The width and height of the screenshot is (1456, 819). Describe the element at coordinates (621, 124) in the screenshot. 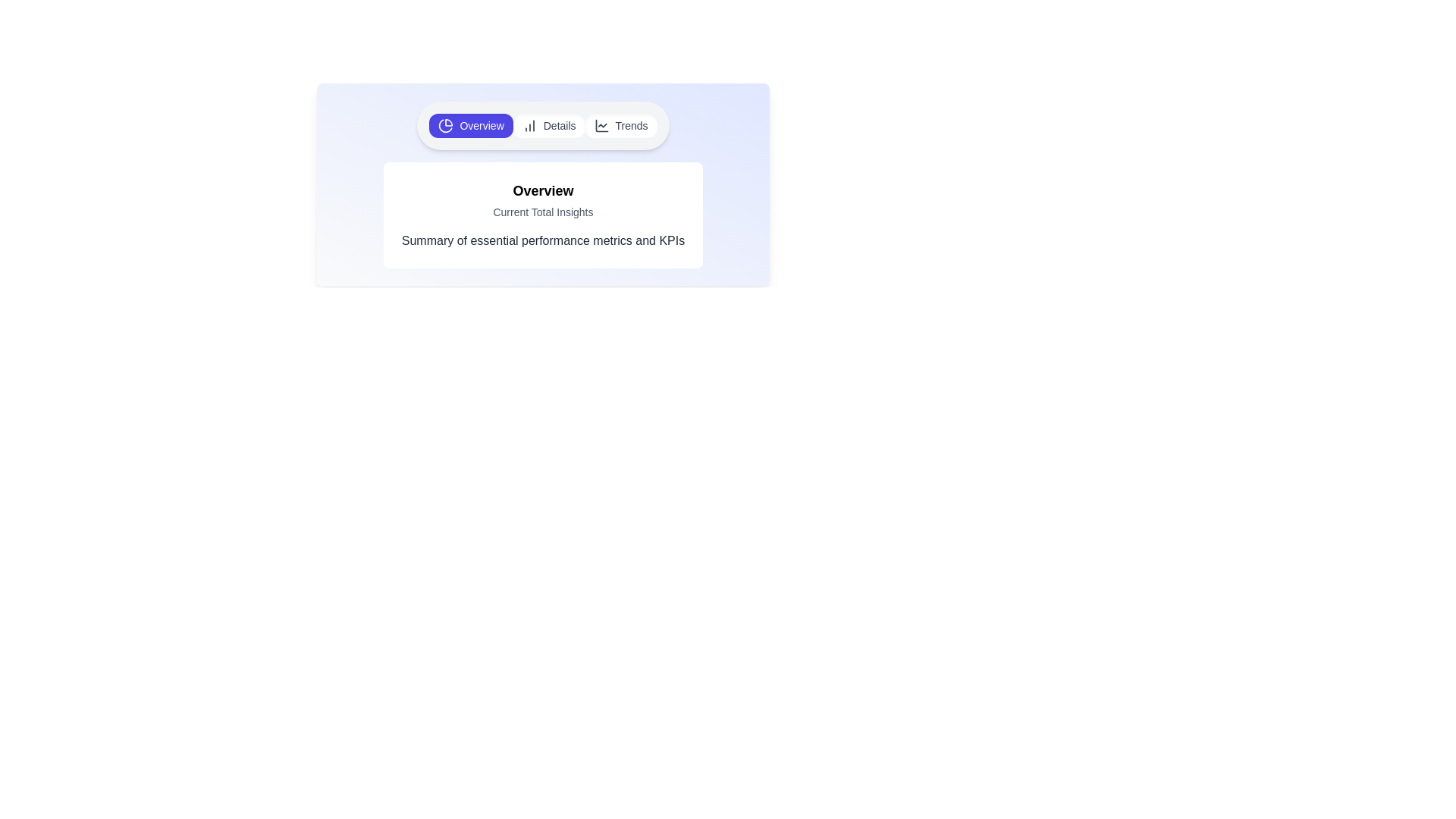

I see `the Trends tab to view its content` at that location.